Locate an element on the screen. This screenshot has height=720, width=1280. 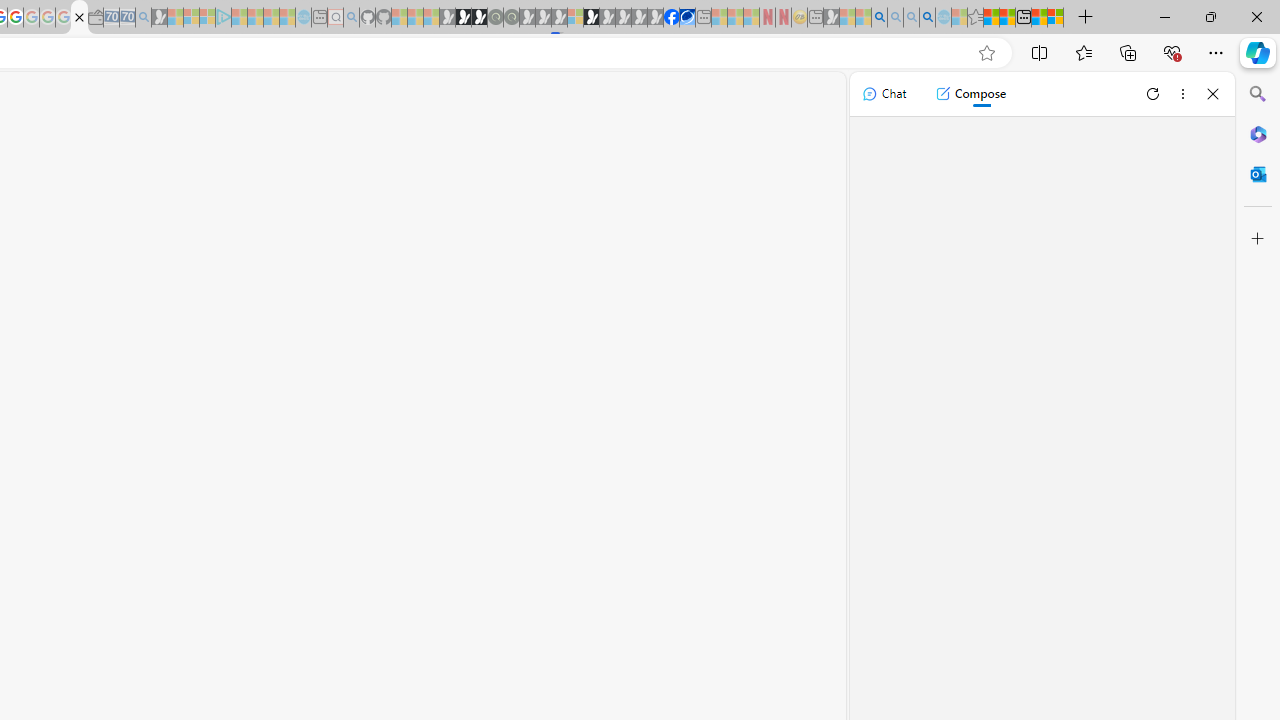
'Future Focus Report 2024 - Sleeping' is located at coordinates (511, 17).